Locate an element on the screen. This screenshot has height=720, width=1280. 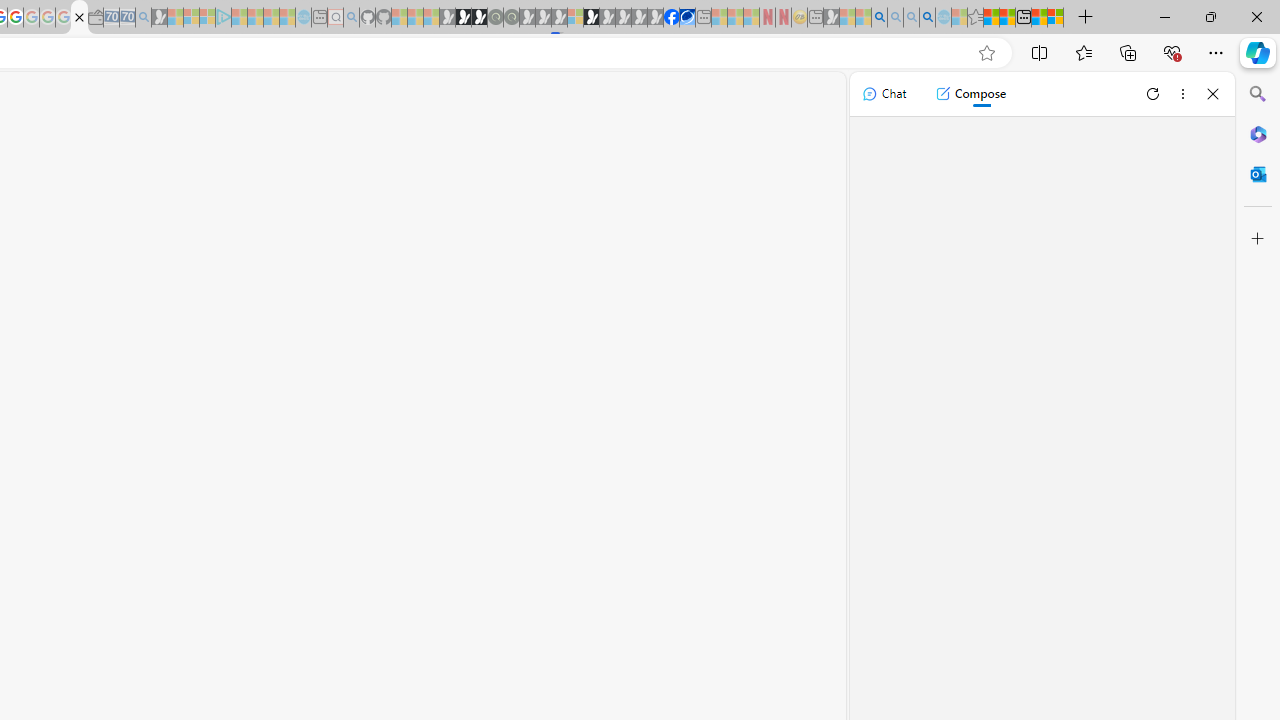
'Future Focus Report 2024 - Sleeping' is located at coordinates (511, 17).